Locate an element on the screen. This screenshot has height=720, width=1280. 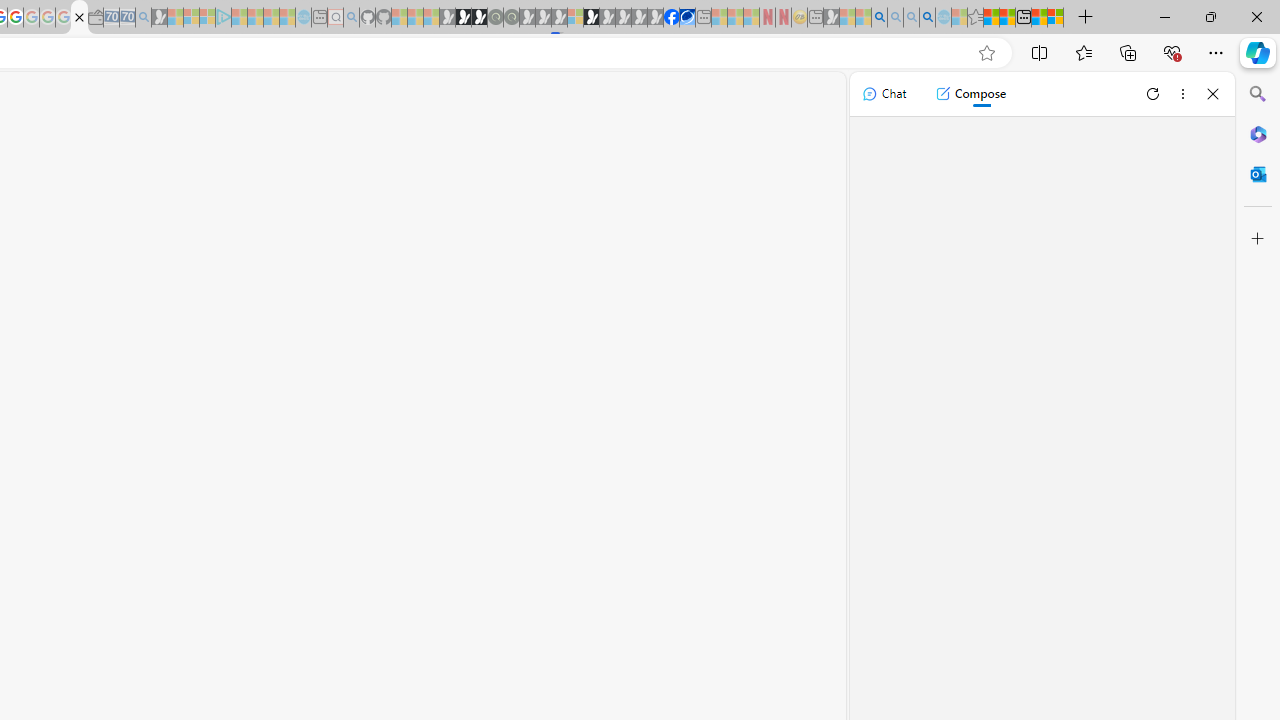
'Future Focus Report 2024 - Sleeping' is located at coordinates (511, 17).